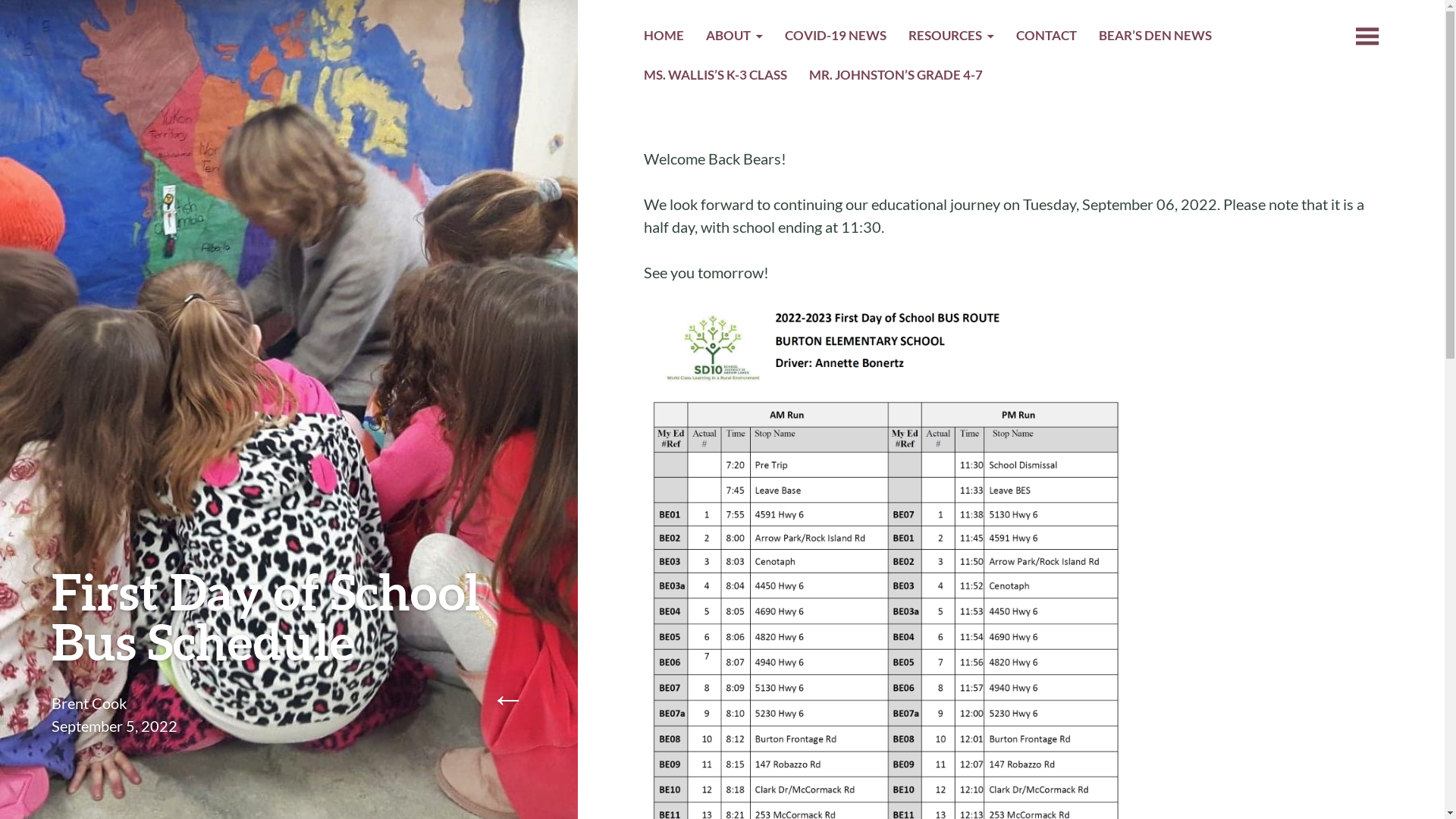 This screenshot has height=819, width=1456. Describe the element at coordinates (950, 37) in the screenshot. I see `'RESOURCES'` at that location.